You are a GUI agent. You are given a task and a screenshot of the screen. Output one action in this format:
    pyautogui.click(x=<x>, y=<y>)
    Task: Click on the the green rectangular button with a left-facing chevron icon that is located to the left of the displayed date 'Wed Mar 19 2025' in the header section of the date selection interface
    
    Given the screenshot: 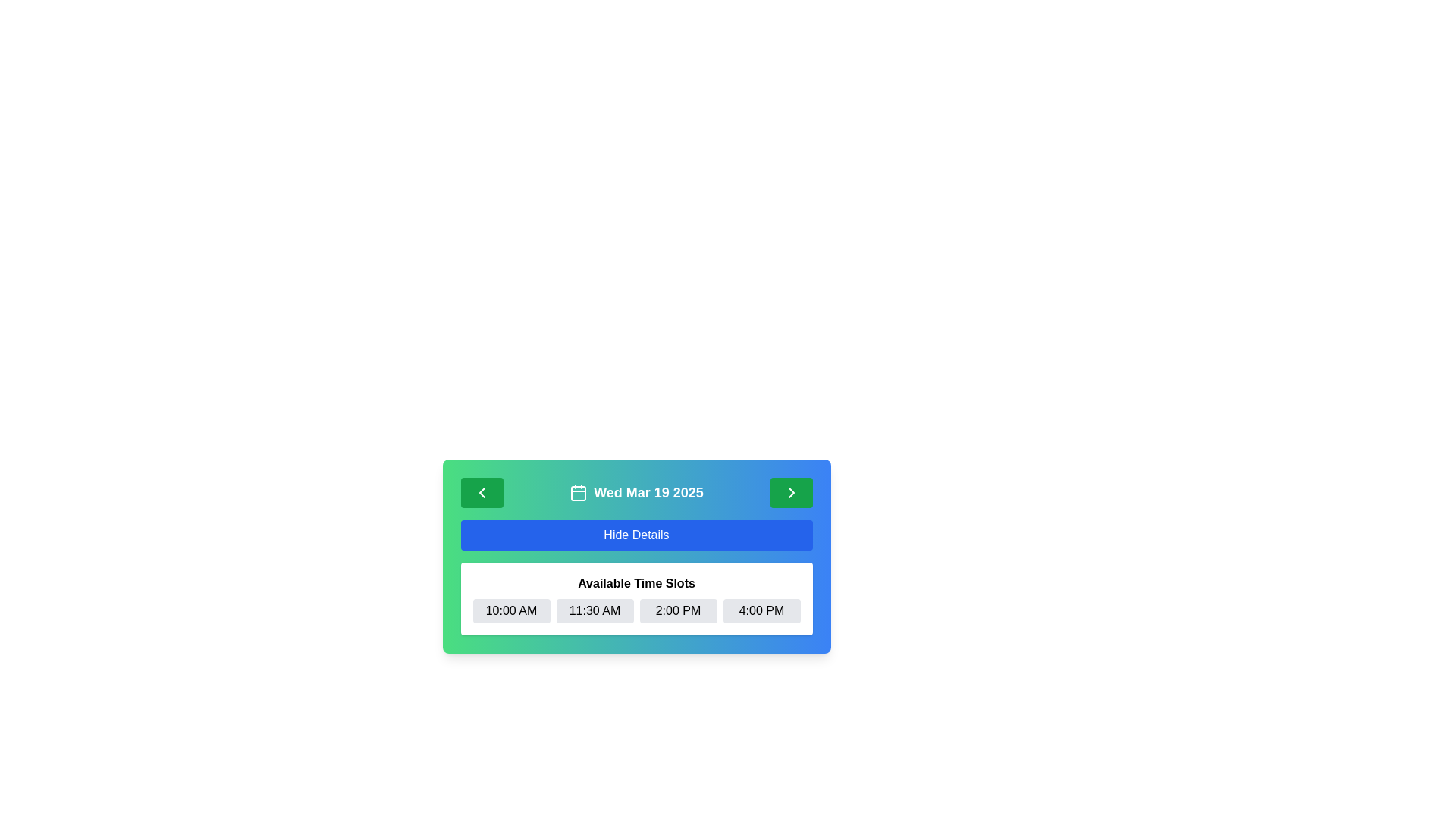 What is the action you would take?
    pyautogui.click(x=481, y=493)
    